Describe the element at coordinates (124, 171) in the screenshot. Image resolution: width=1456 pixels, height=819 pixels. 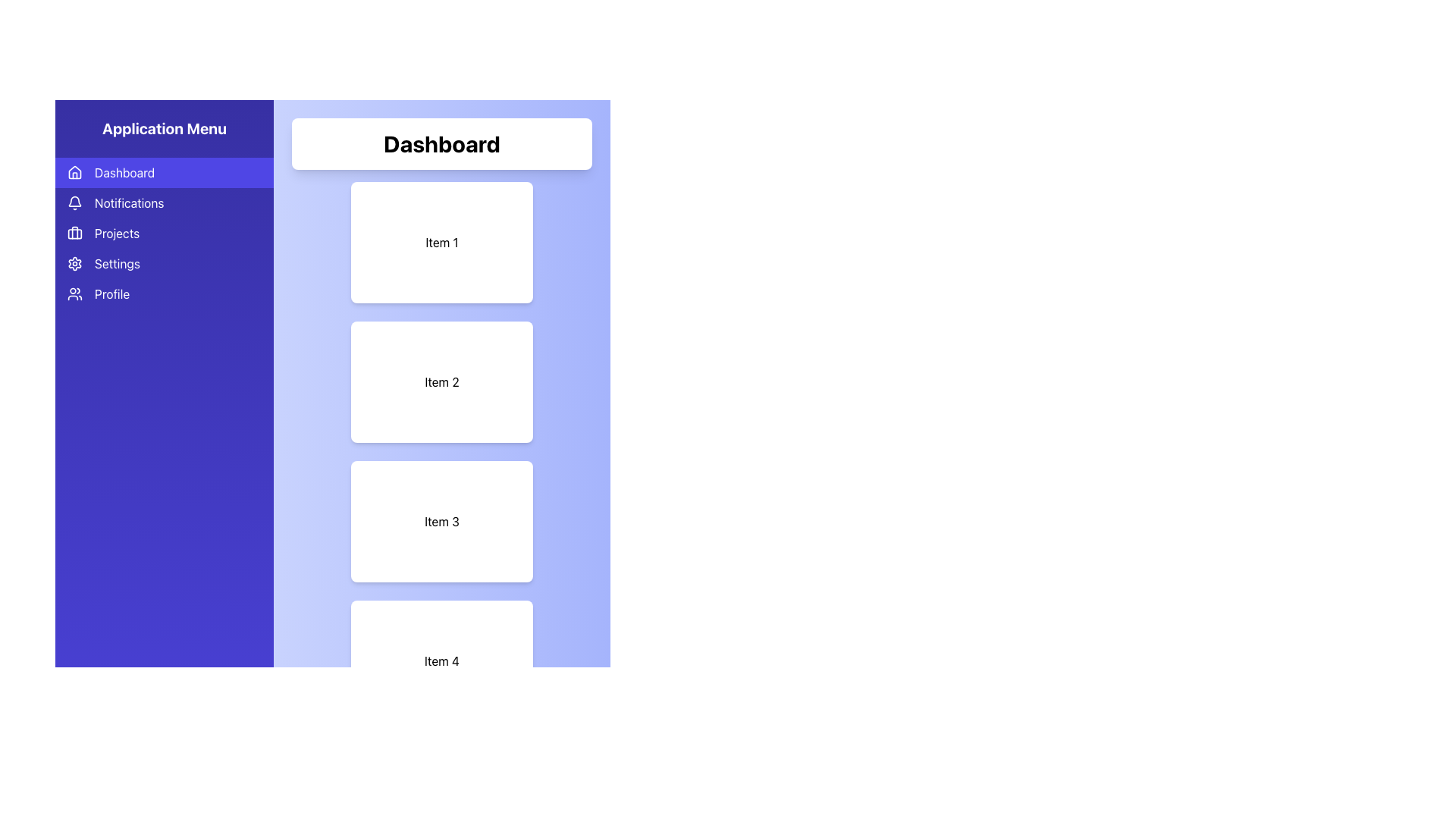
I see `the 'Dashboard' static text label in the left sidebar menu, which is styled with a bold font and highlighted by a blue rectangle indicating the selected state` at that location.